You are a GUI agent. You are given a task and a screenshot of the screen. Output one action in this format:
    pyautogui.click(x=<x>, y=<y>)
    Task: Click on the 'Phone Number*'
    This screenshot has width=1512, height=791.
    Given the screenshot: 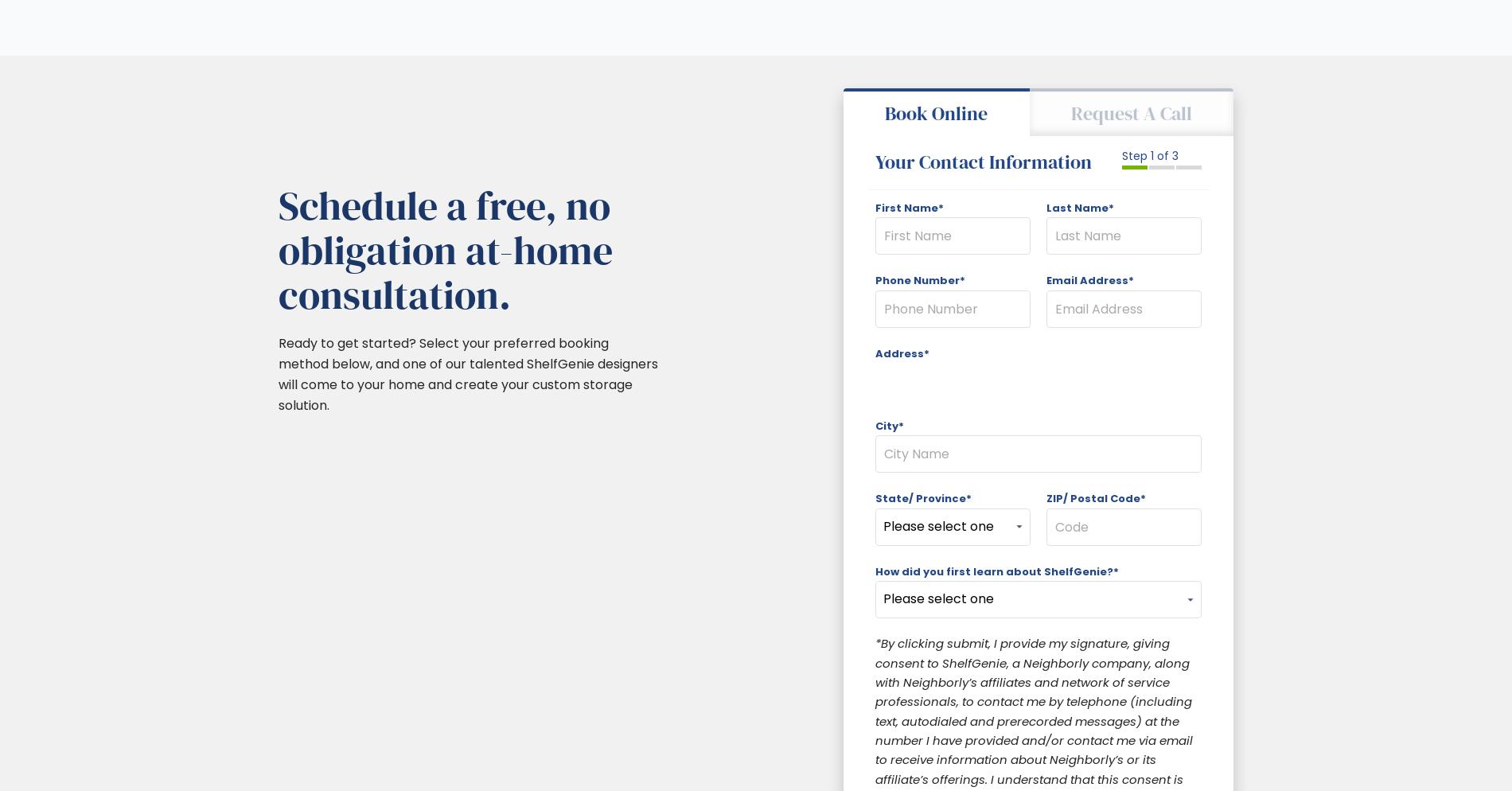 What is the action you would take?
    pyautogui.click(x=920, y=279)
    